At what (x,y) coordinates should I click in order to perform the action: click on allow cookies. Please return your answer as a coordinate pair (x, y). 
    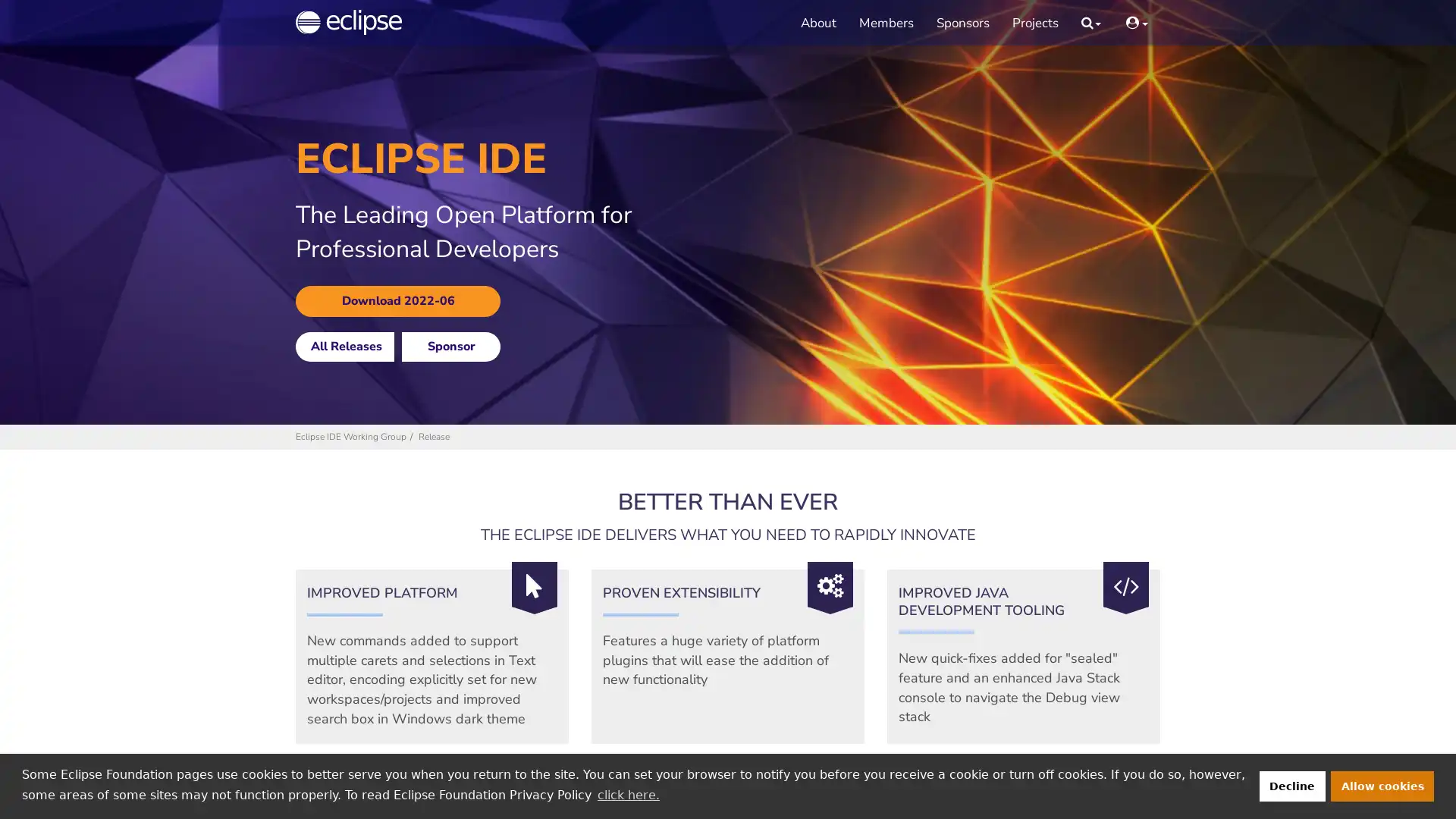
    Looking at the image, I should click on (1382, 785).